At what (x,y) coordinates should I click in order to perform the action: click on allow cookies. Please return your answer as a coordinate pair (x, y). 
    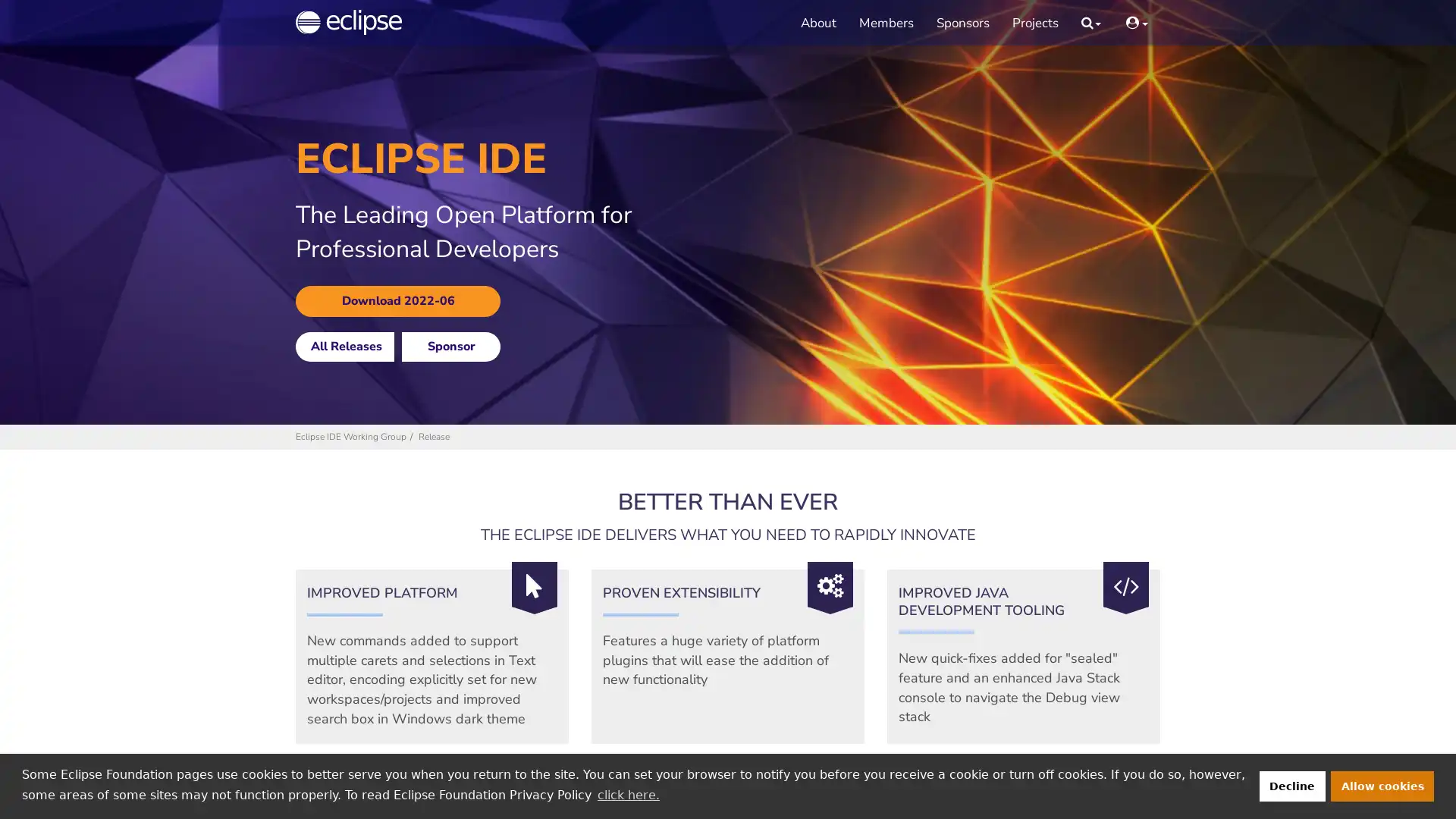
    Looking at the image, I should click on (1382, 785).